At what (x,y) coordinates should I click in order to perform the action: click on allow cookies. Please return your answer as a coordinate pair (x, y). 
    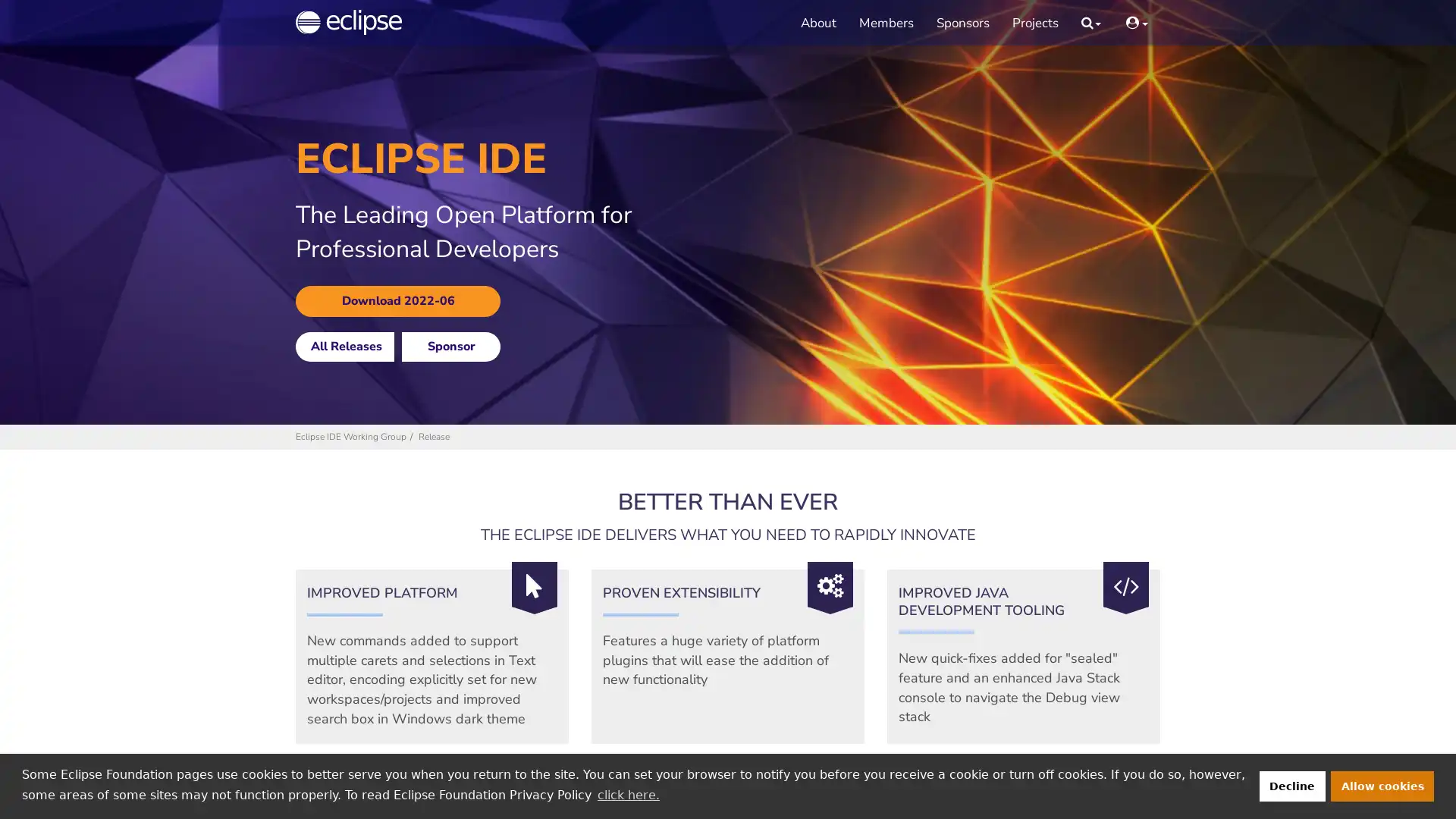
    Looking at the image, I should click on (1382, 785).